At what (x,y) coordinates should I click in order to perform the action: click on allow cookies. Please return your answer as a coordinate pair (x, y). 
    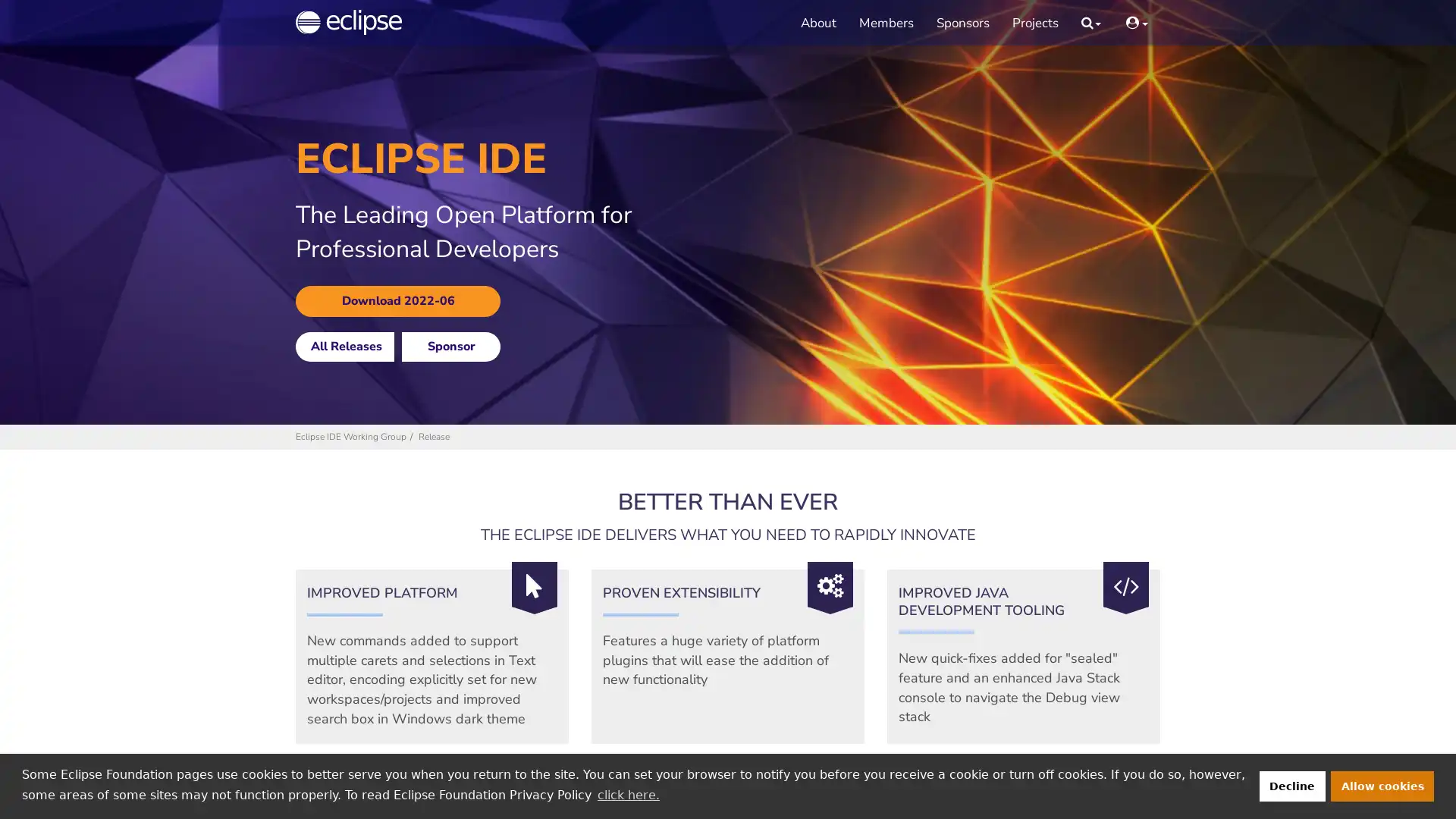
    Looking at the image, I should click on (1382, 785).